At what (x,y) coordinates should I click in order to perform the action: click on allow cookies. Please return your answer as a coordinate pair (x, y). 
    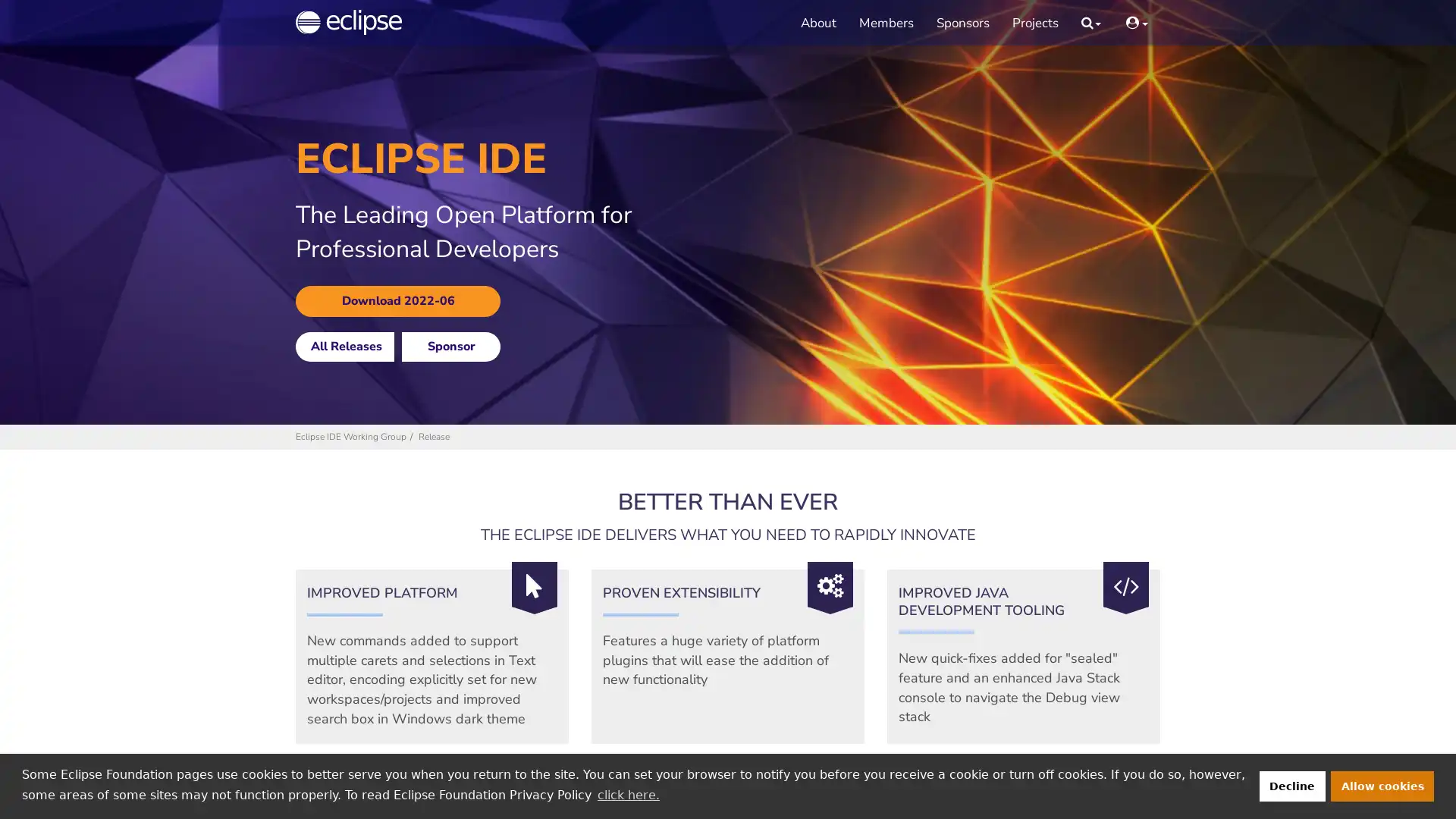
    Looking at the image, I should click on (1382, 785).